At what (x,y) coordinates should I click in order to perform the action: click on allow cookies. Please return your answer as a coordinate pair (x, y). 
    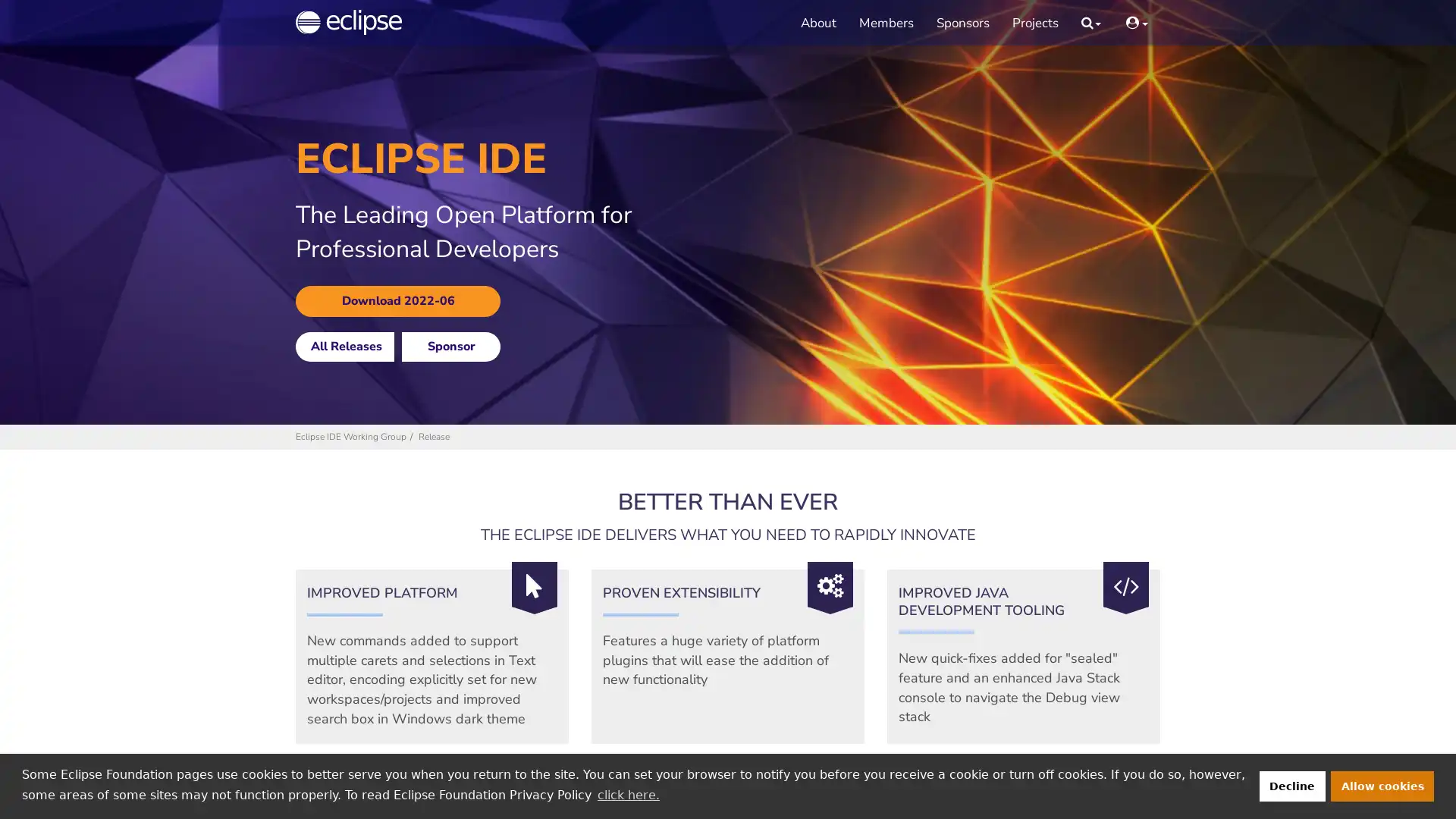
    Looking at the image, I should click on (1382, 785).